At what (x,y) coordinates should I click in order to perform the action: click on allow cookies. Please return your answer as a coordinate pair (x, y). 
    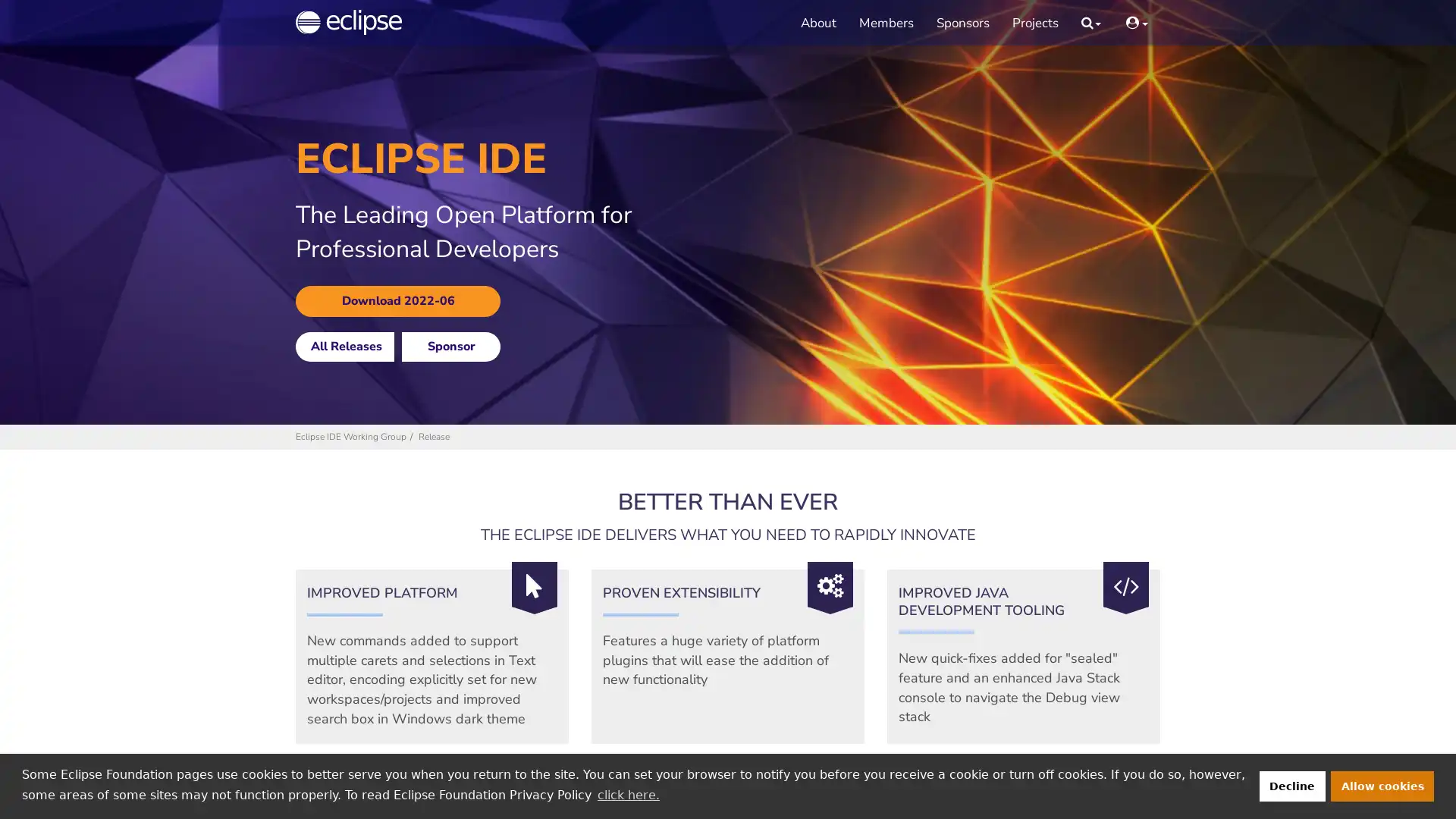
    Looking at the image, I should click on (1382, 785).